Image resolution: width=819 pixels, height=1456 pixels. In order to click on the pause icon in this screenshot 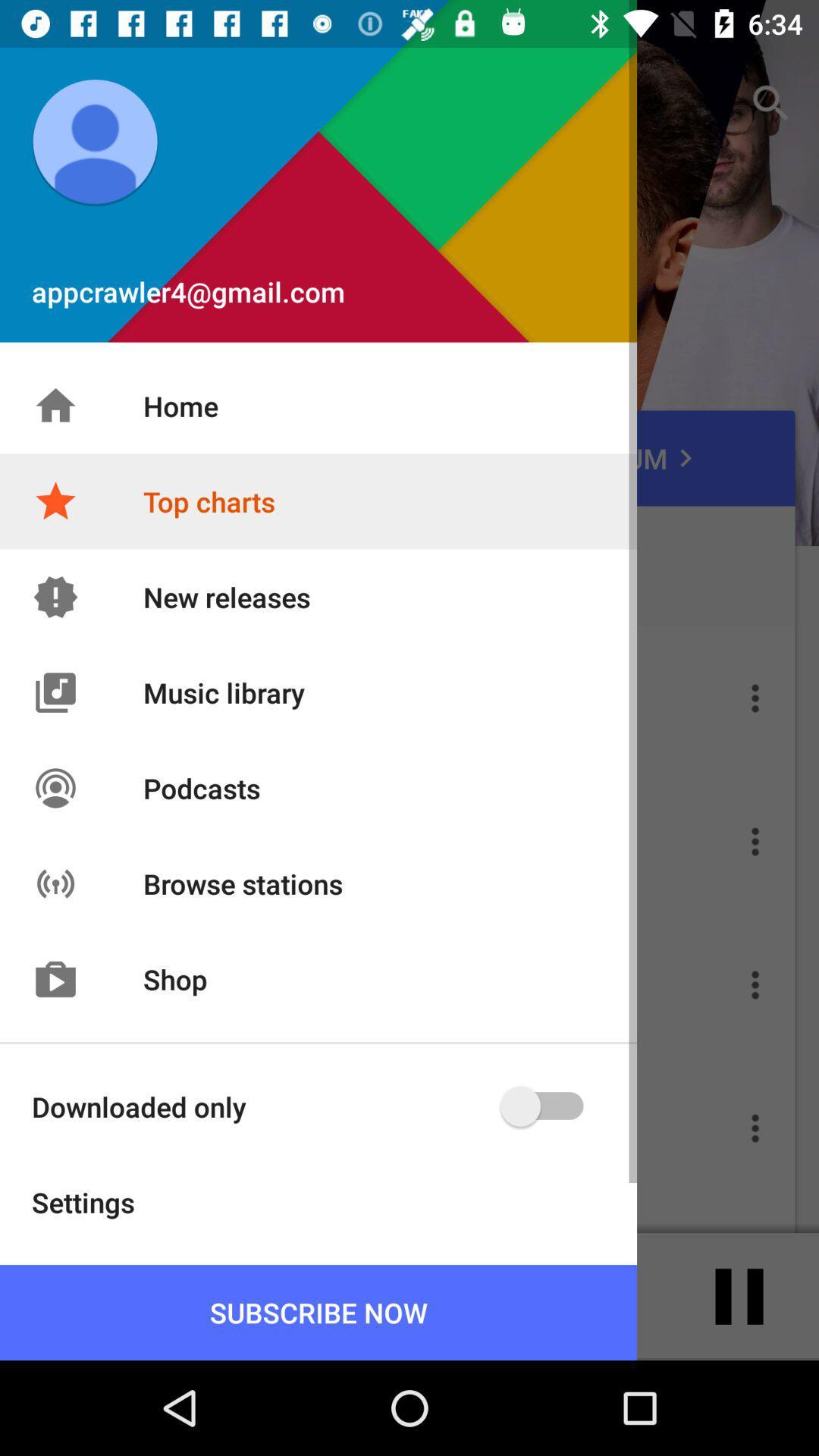, I will do `click(739, 1295)`.